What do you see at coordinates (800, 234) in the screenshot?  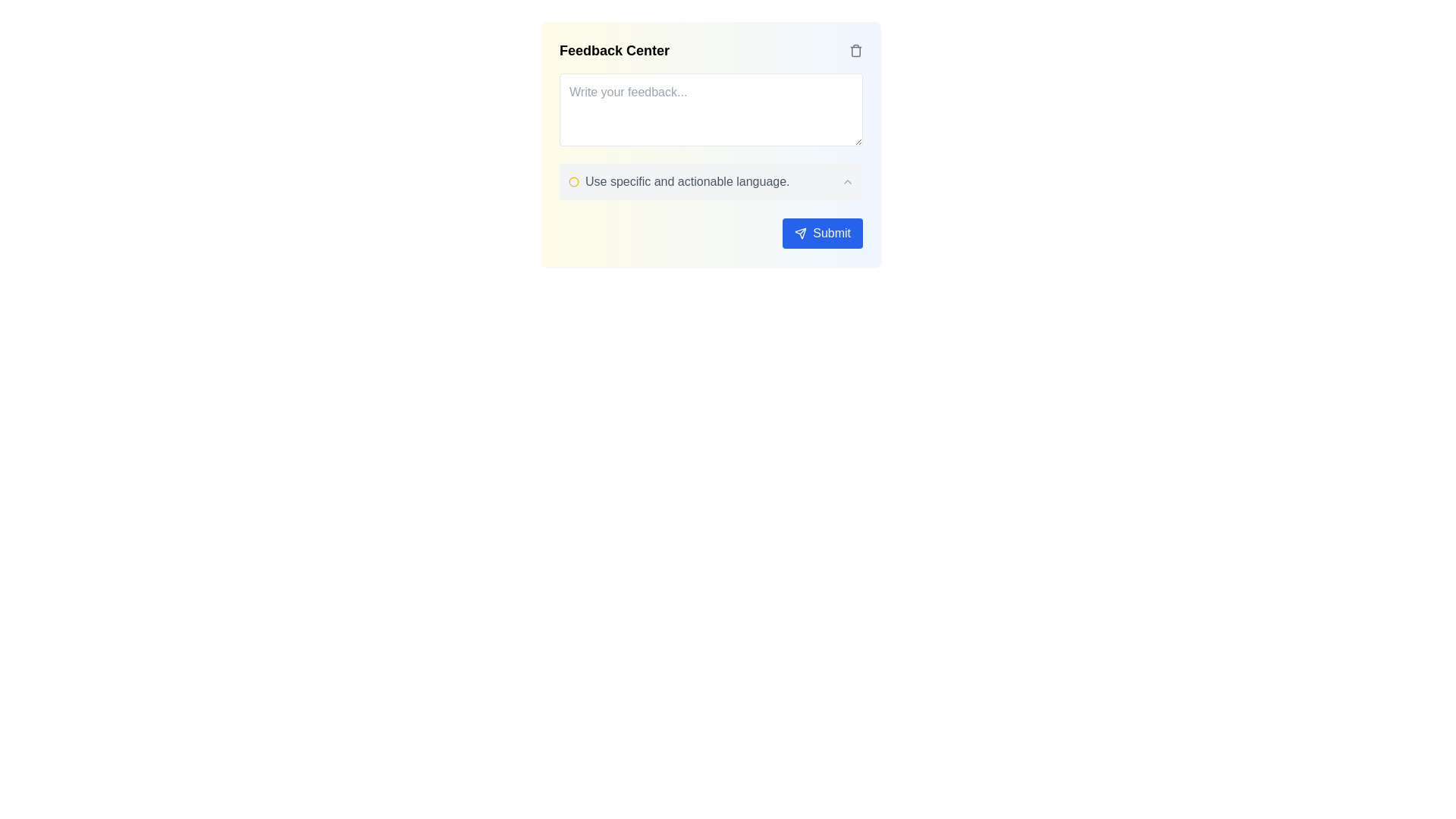 I see `the 'Submit' button which contains a Decorative SVG icon resembling a paper airplane, located in the lower-right portion of the interface` at bounding box center [800, 234].